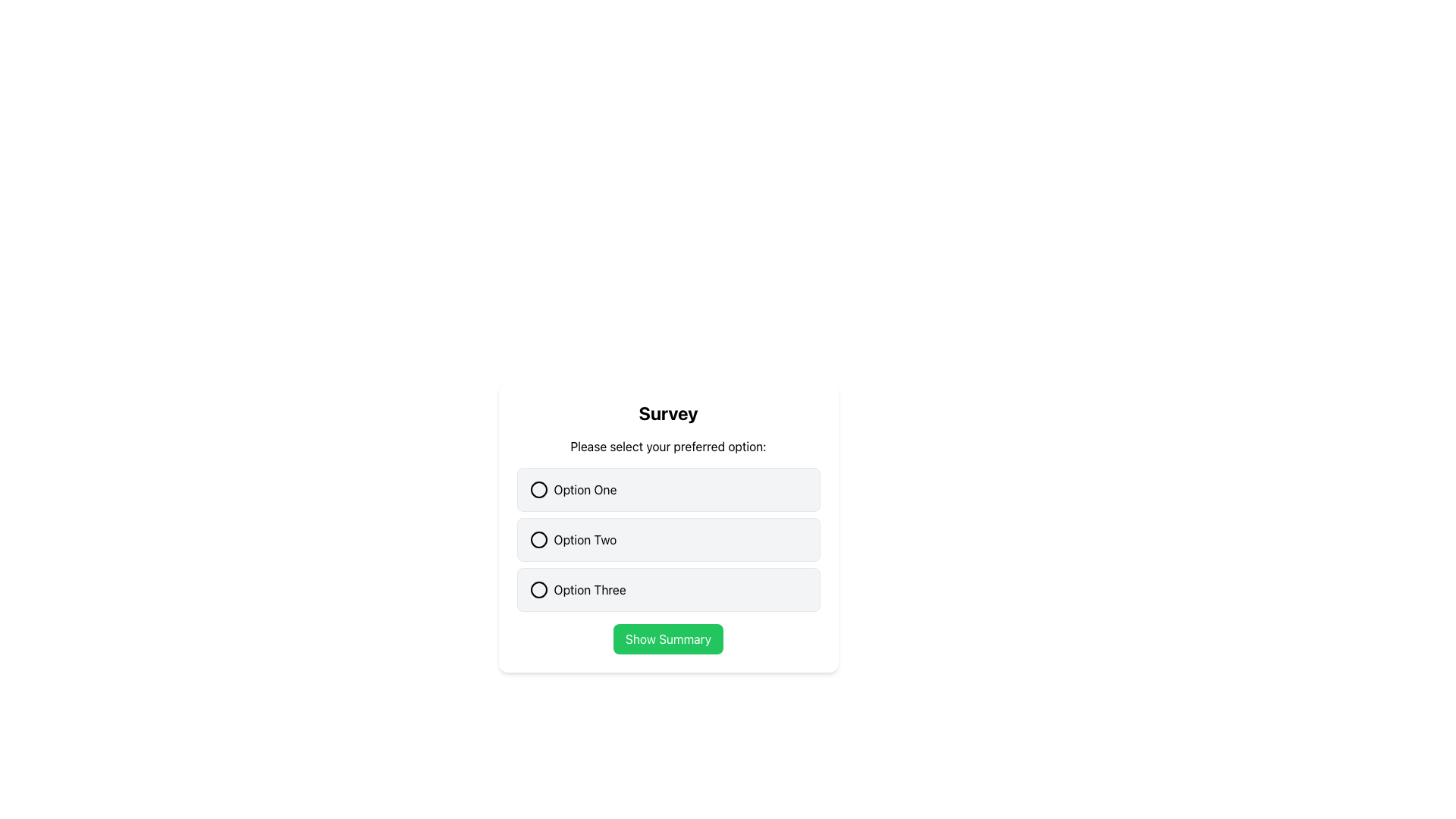 The width and height of the screenshot is (1456, 819). What do you see at coordinates (538, 489) in the screenshot?
I see `the unfilled radio button for 'Option One' in the survey interface` at bounding box center [538, 489].